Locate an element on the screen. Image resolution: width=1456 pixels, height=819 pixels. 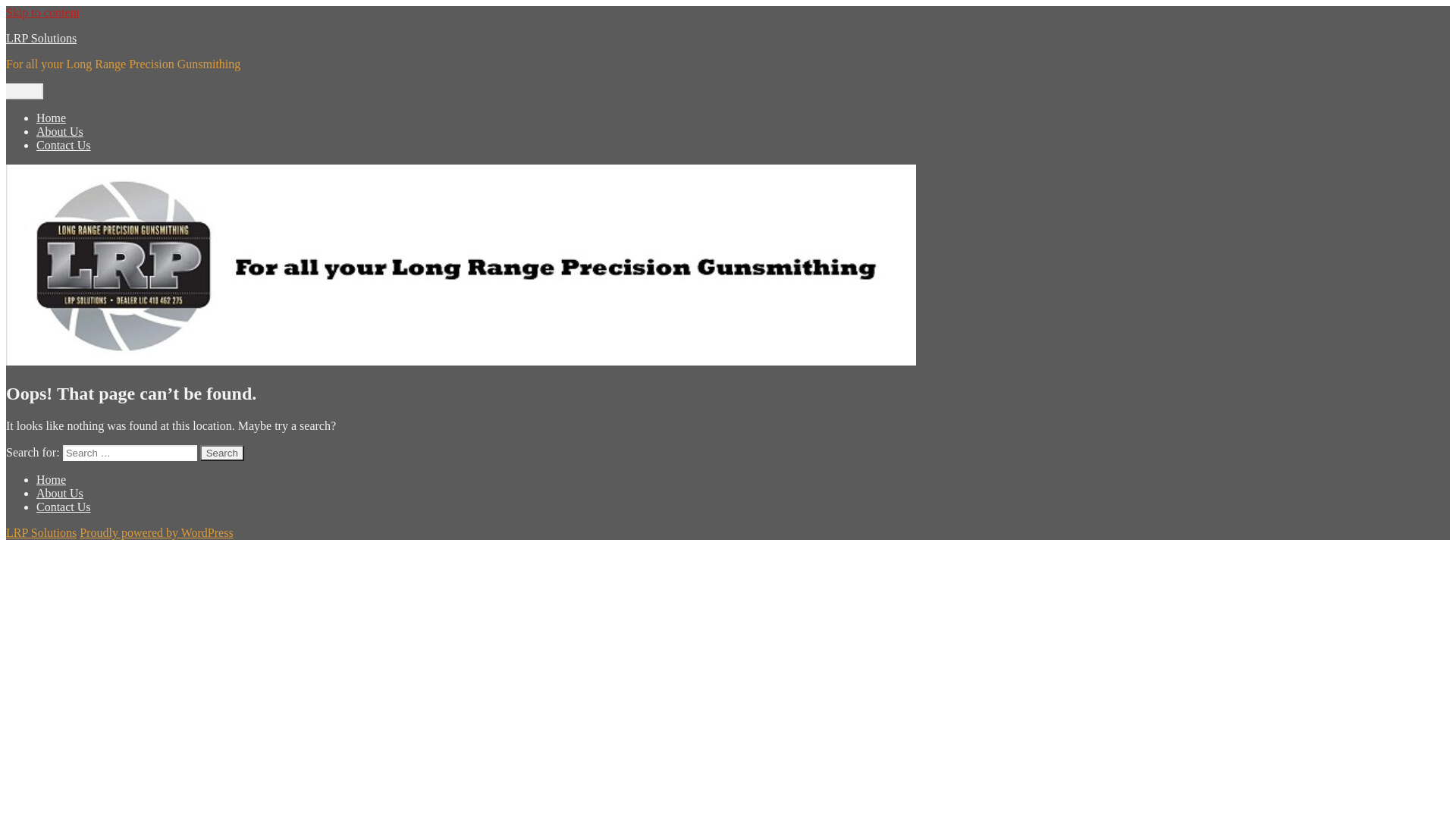
'Contact Us' is located at coordinates (62, 145).